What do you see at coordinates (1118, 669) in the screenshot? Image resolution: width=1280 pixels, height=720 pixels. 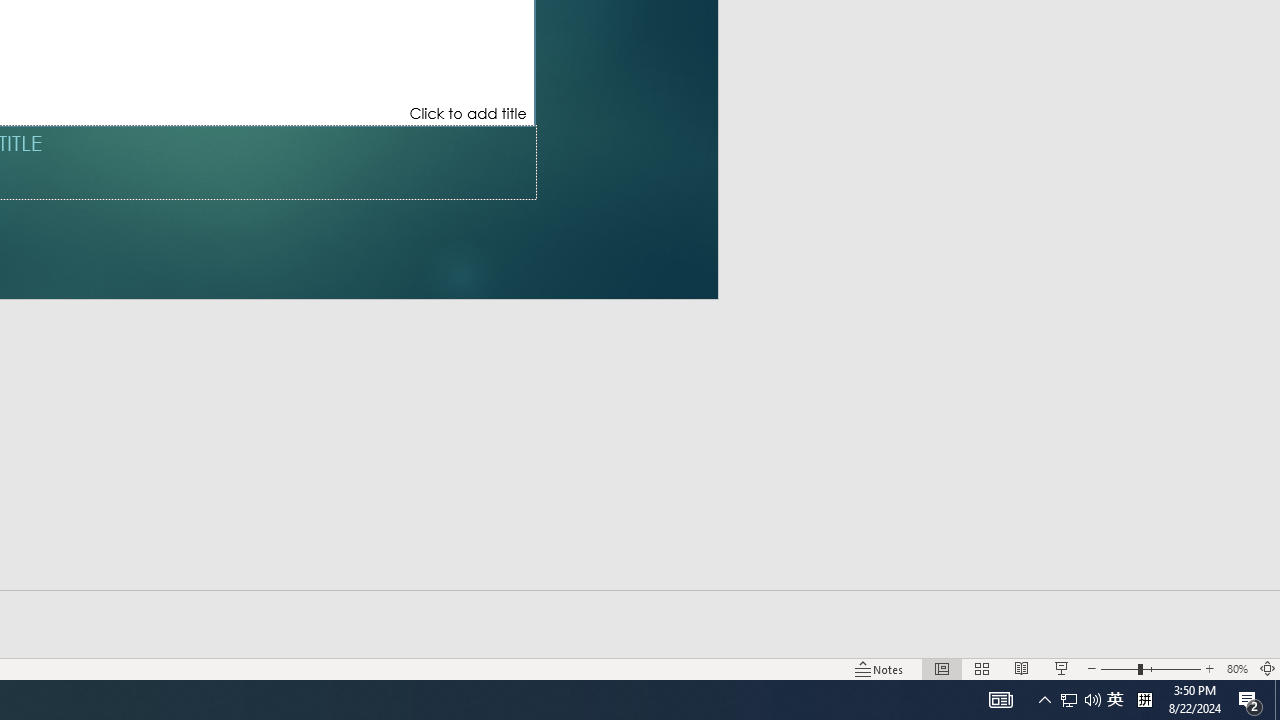 I see `'Zoom Out'` at bounding box center [1118, 669].